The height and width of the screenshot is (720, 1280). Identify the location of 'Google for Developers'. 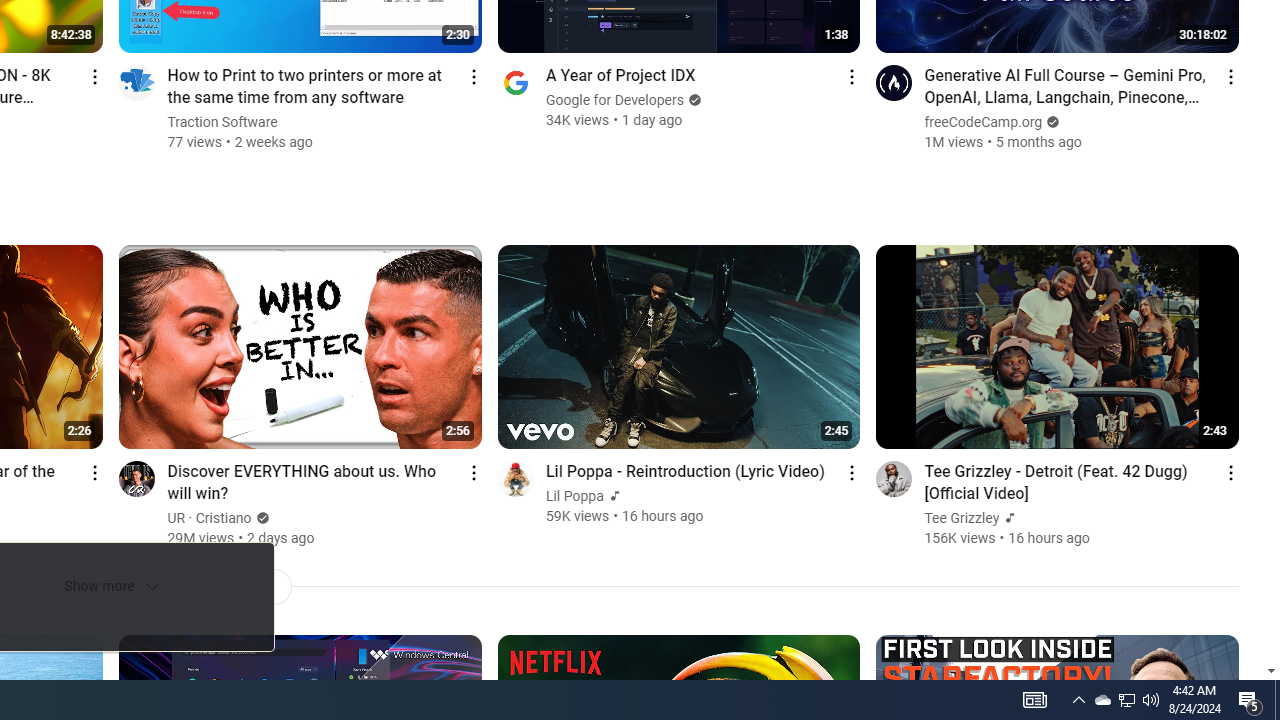
(614, 100).